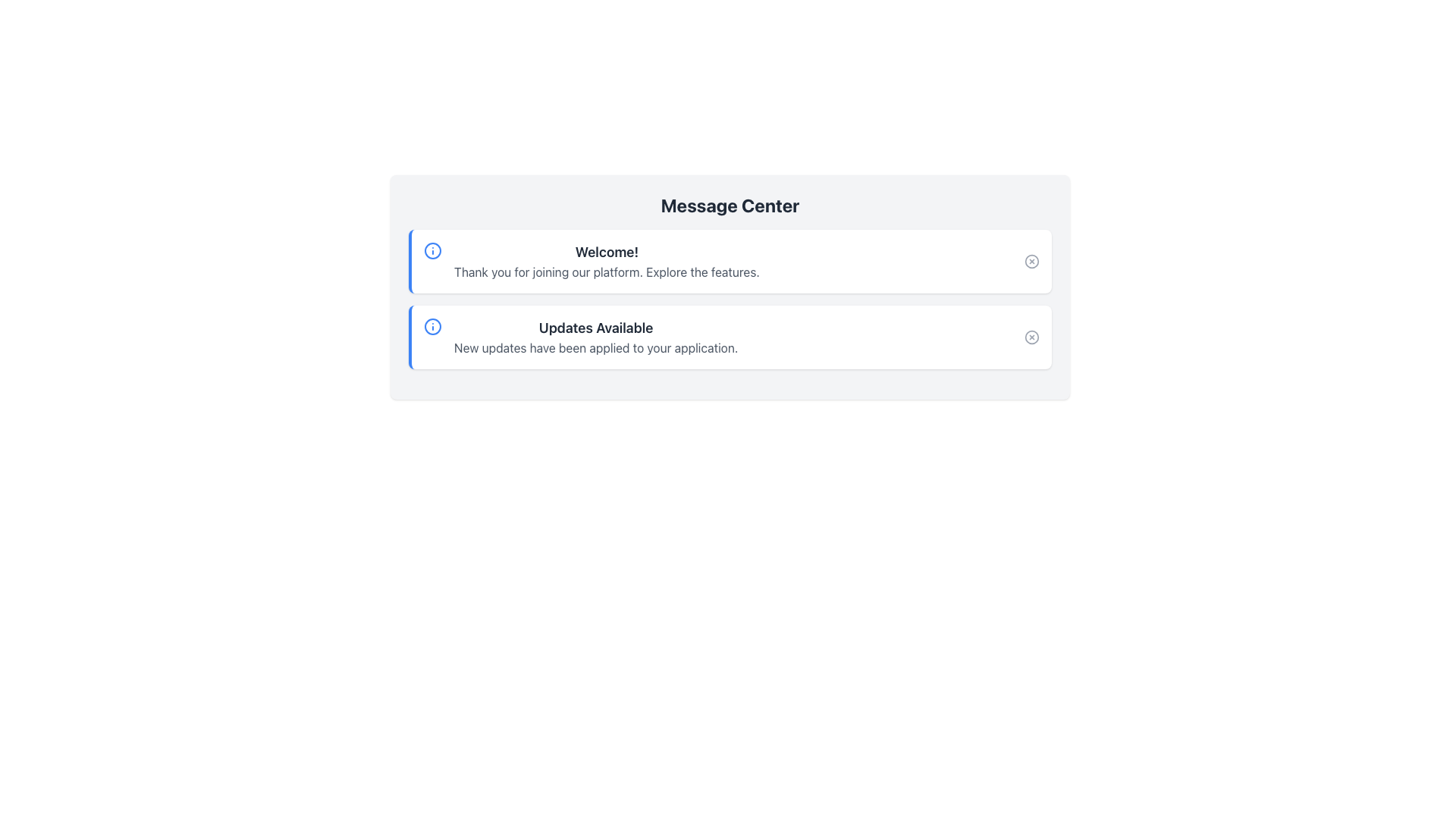  I want to click on the small gray circular button with a cross inside it, located on the far-right side of the message box titled 'Updates Available', so click(1031, 336).